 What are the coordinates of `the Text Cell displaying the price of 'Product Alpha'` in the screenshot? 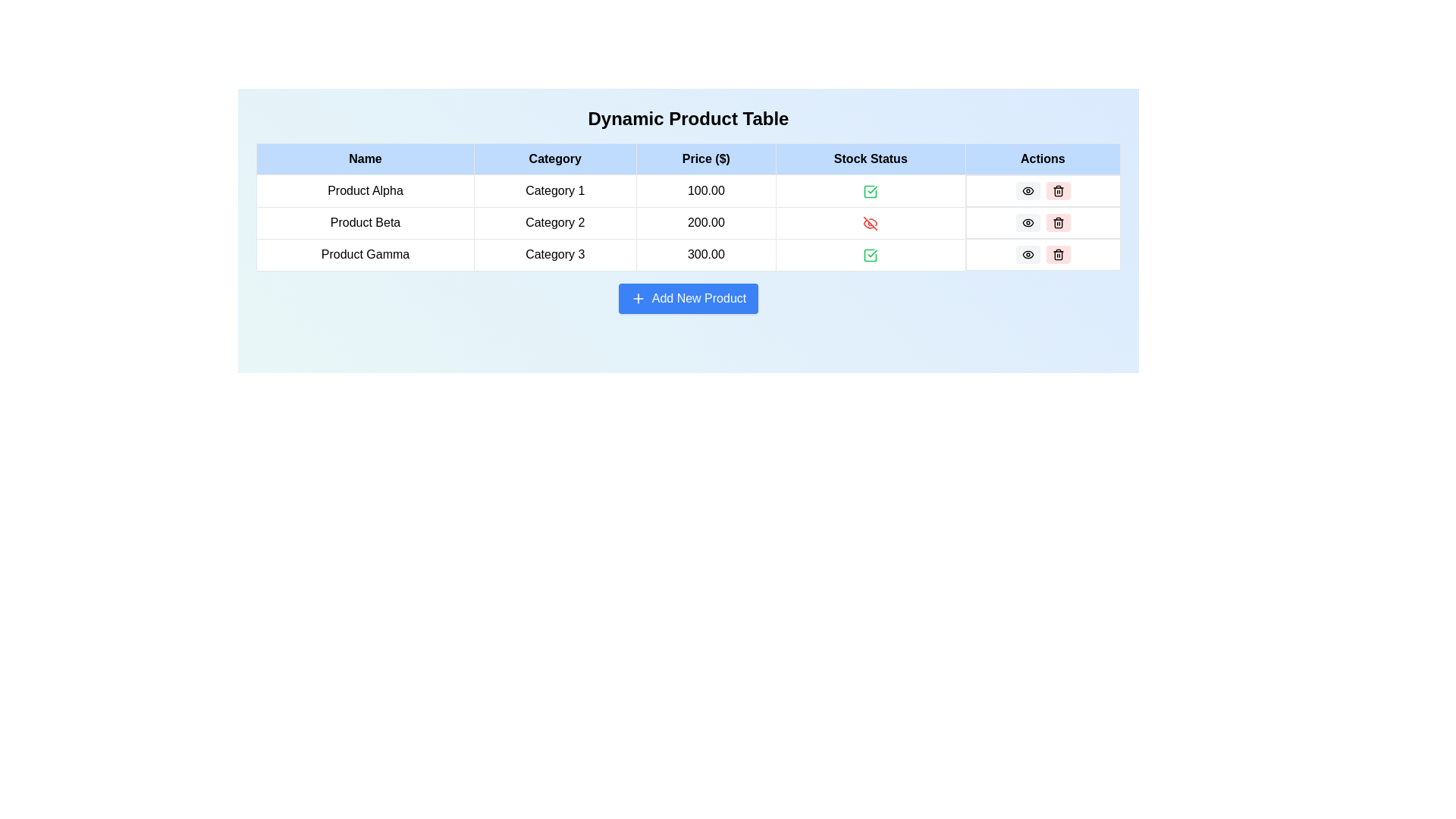 It's located at (705, 190).